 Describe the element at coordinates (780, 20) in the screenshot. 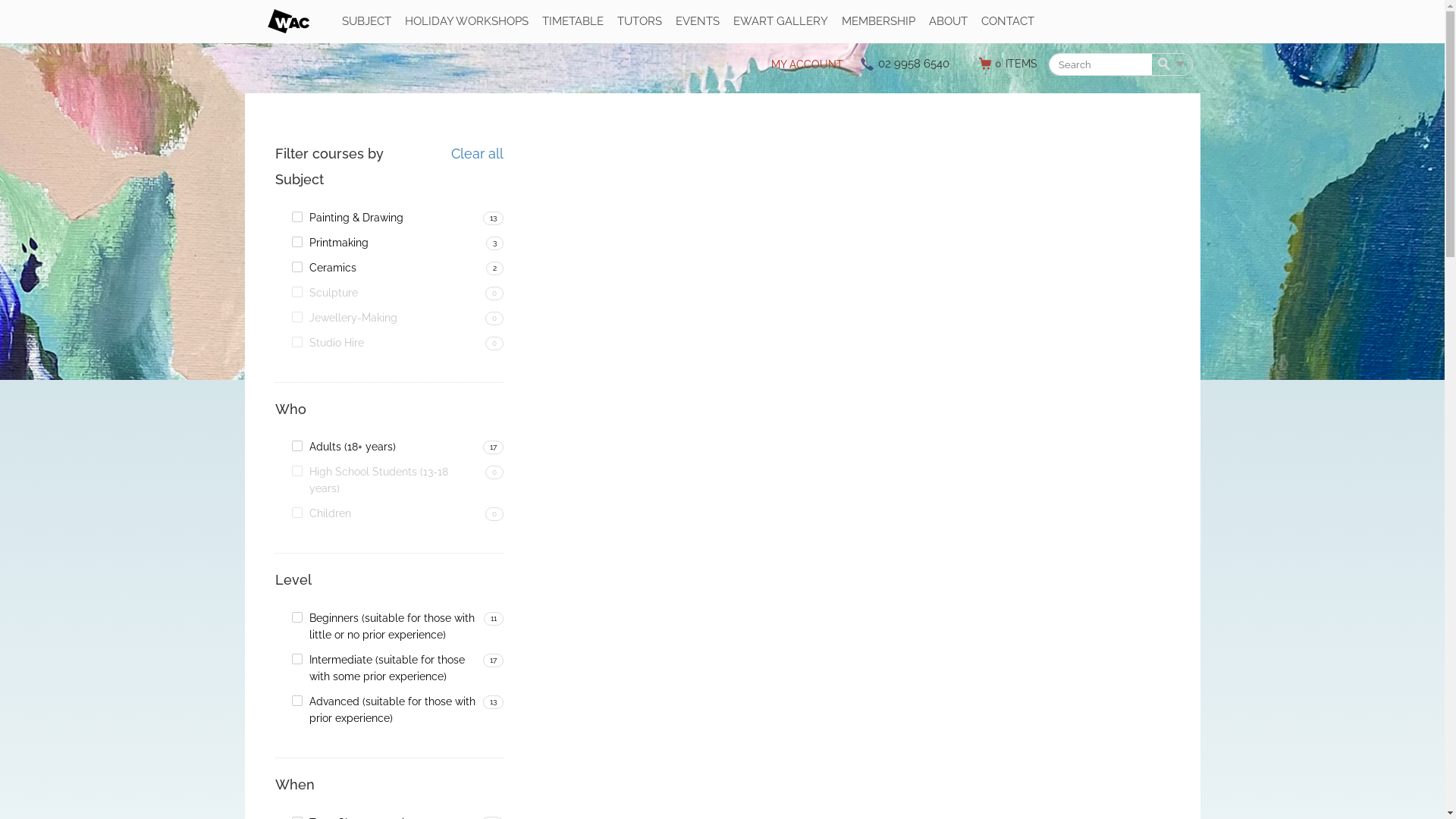

I see `'EWART GALLERY'` at that location.